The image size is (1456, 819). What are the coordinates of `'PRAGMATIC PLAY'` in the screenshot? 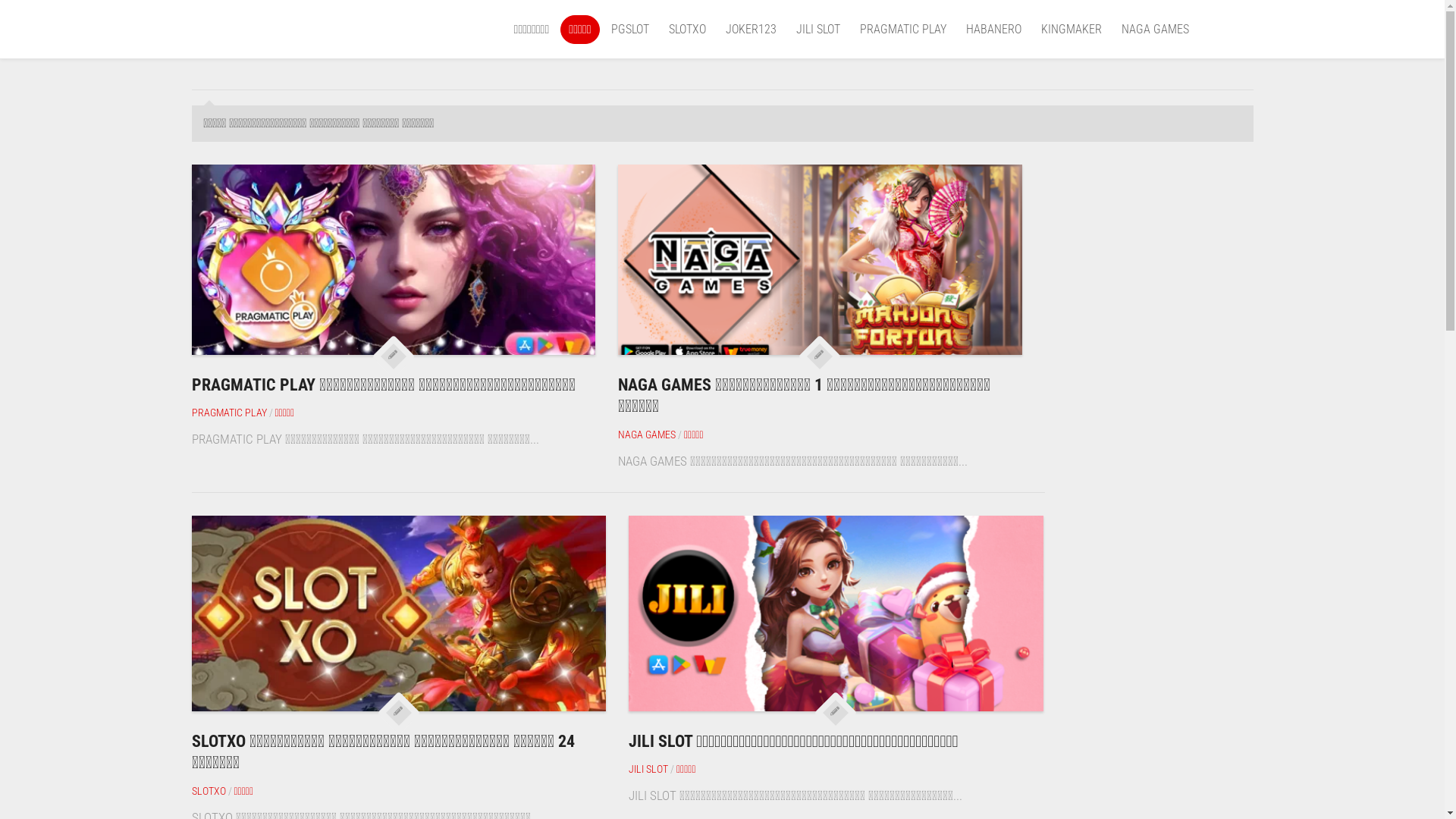 It's located at (190, 412).